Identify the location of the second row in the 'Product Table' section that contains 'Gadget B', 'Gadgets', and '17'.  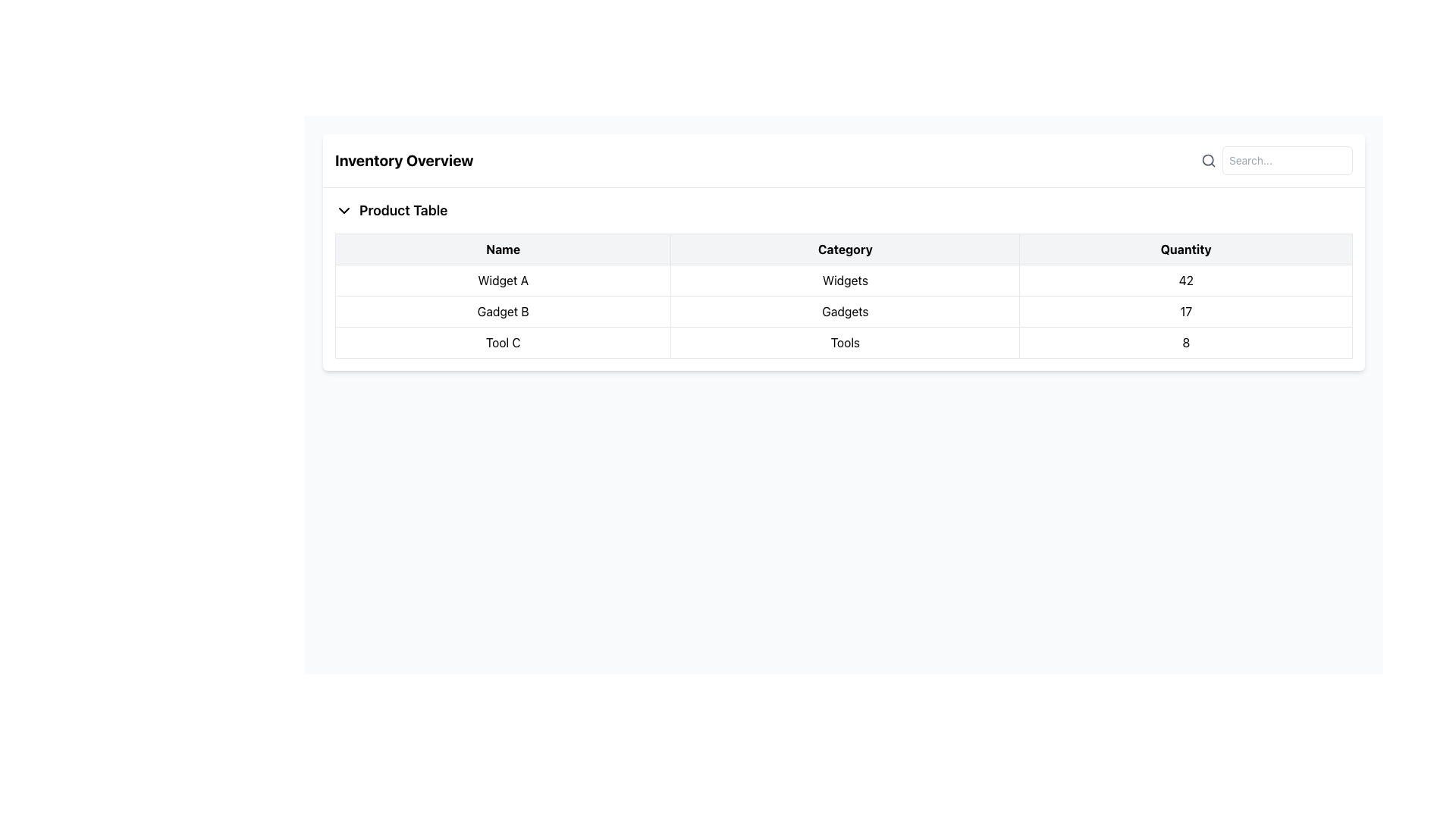
(843, 311).